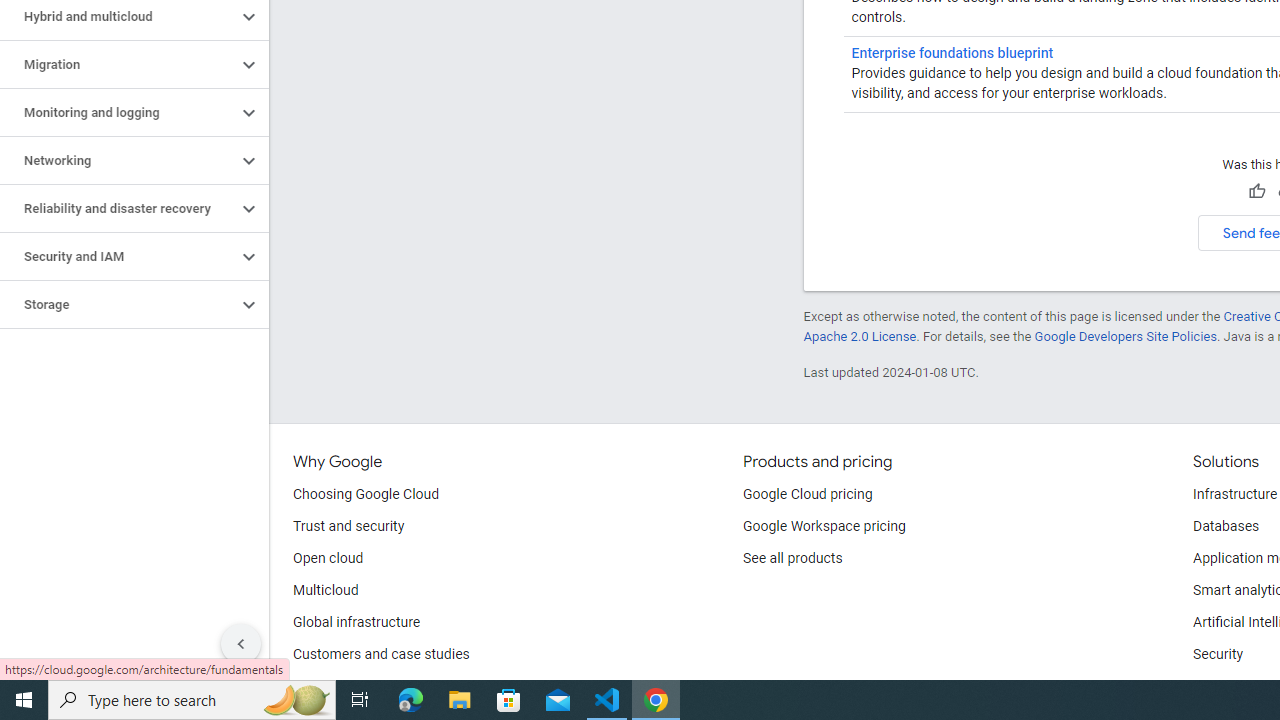 The width and height of the screenshot is (1280, 720). Describe the element at coordinates (117, 304) in the screenshot. I see `'Storage'` at that location.